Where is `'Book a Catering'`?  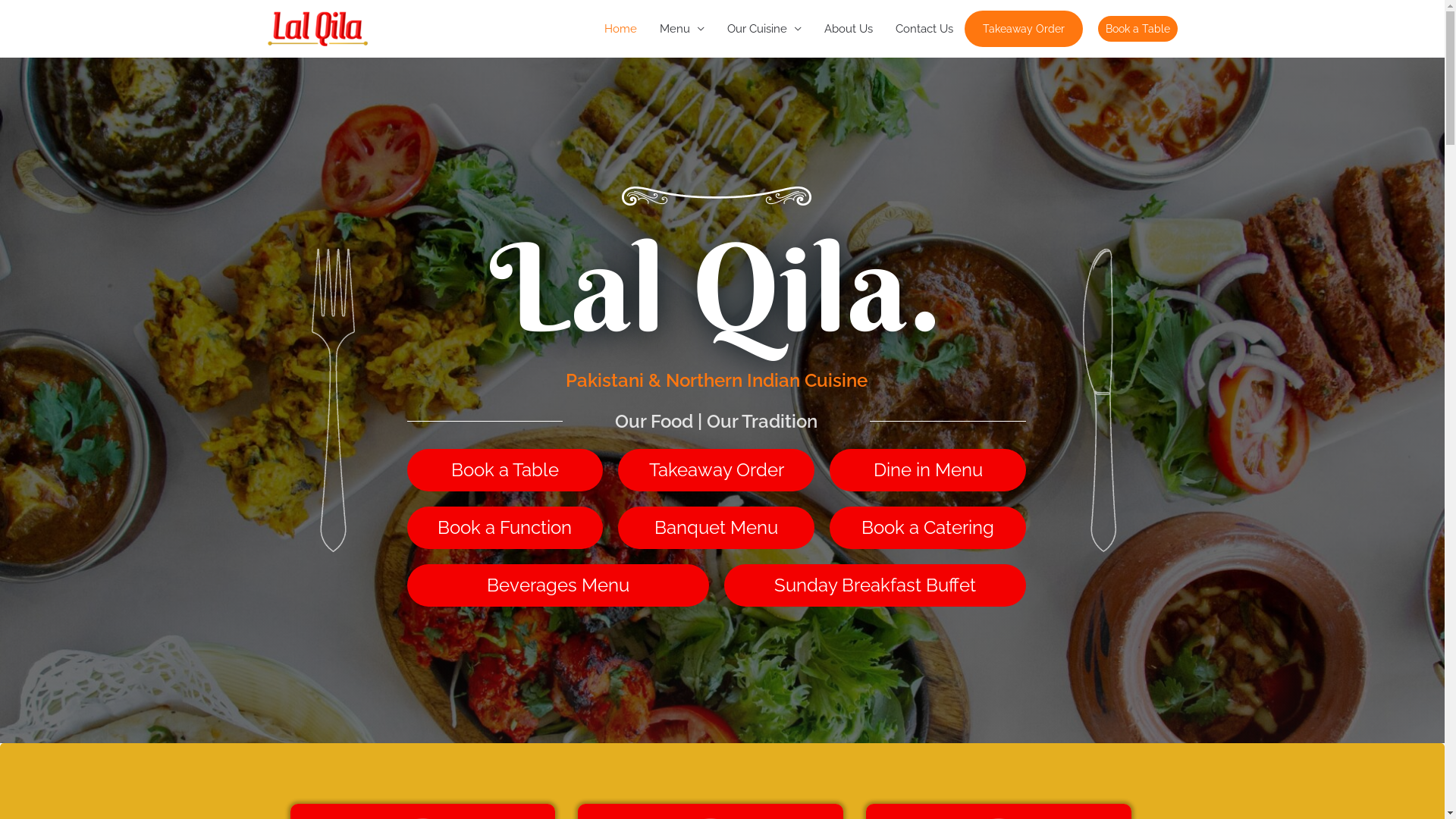 'Book a Catering' is located at coordinates (927, 526).